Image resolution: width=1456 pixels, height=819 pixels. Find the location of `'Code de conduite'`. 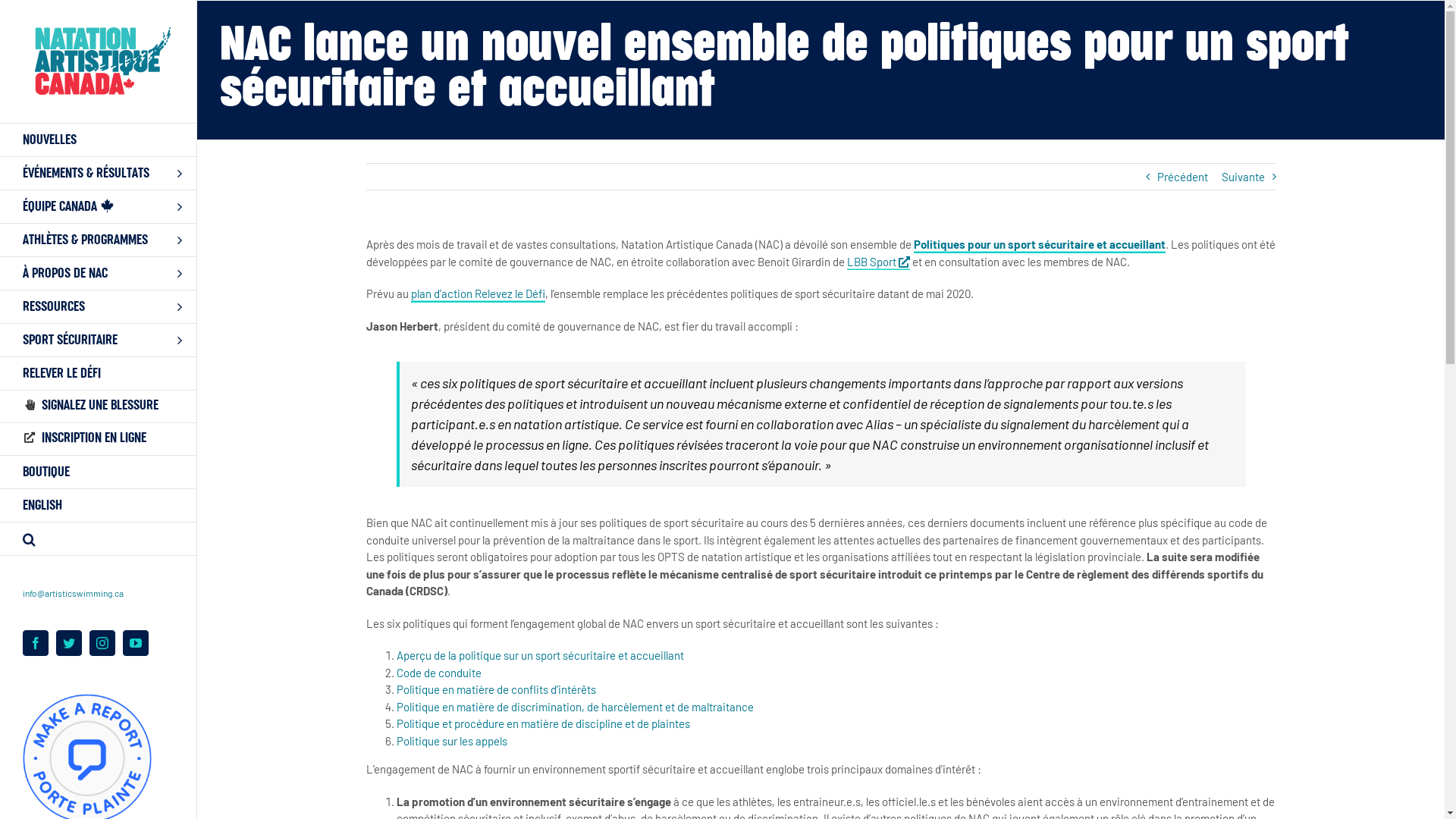

'Code de conduite' is located at coordinates (437, 672).